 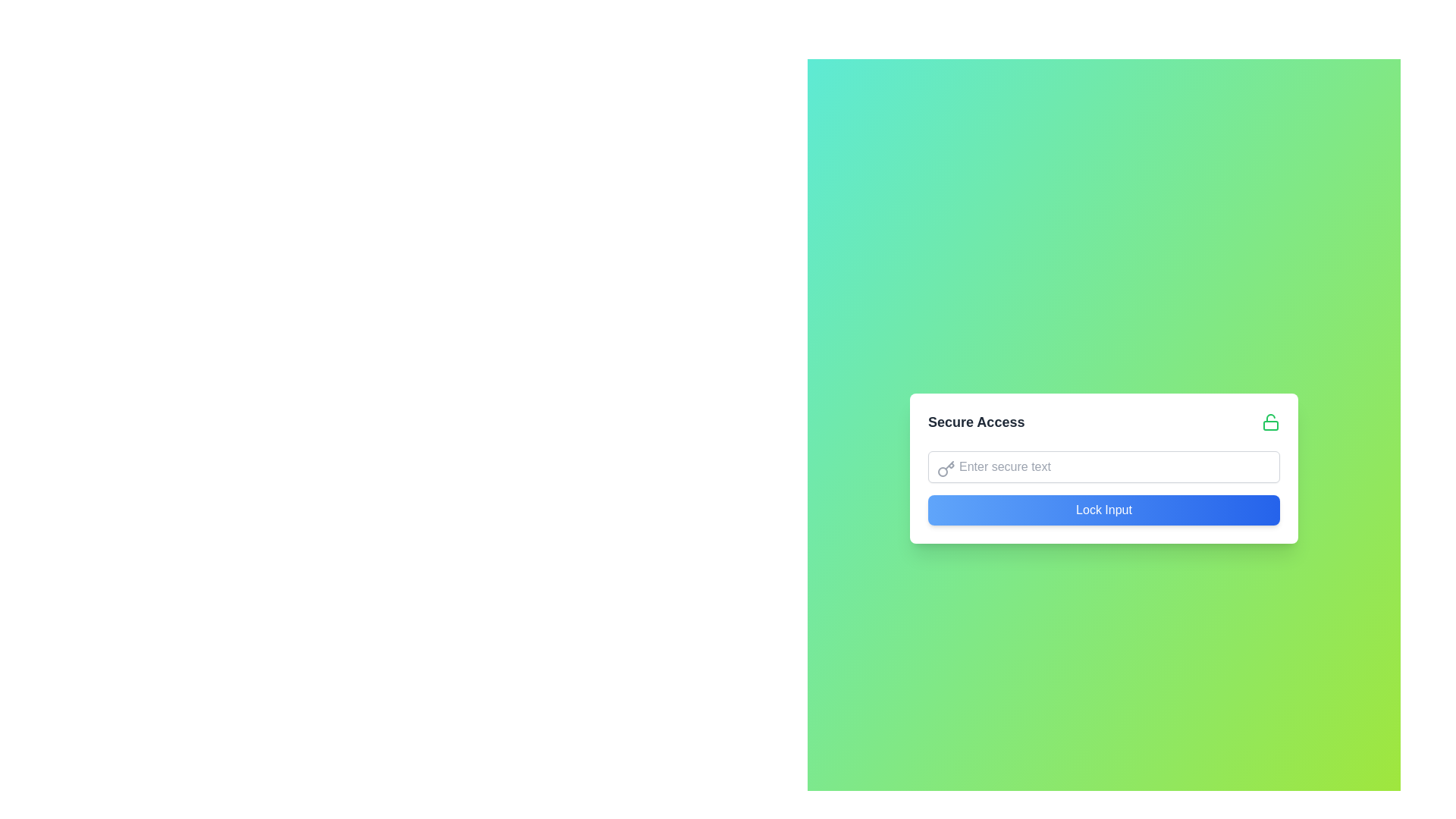 I want to click on the small, light gray circular shape located at the bottom-left corner of the 'key' SVG icon in the top-left corner of the 'Enter secure text' input field, so click(x=942, y=471).